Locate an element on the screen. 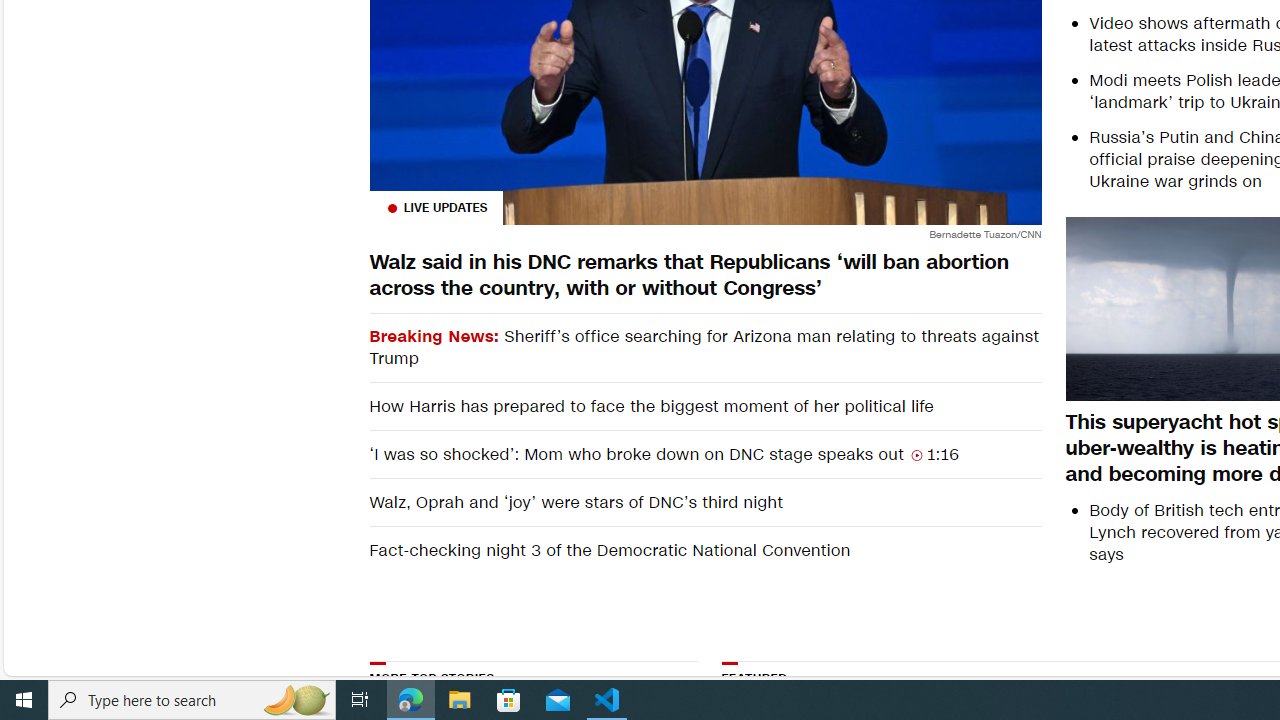 The width and height of the screenshot is (1280, 720). 'Class: container__video-duration-icon' is located at coordinates (916, 455).